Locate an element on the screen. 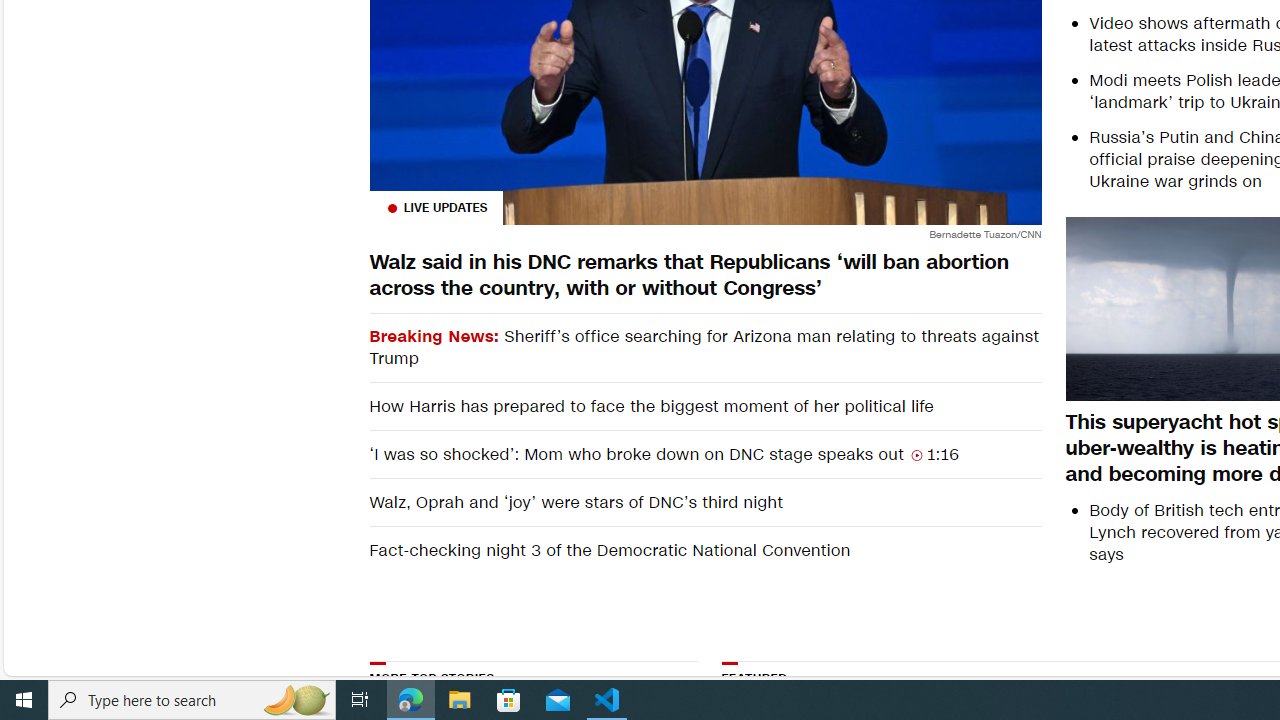 The width and height of the screenshot is (1280, 720). 'Class: container__video-duration-icon' is located at coordinates (916, 455).